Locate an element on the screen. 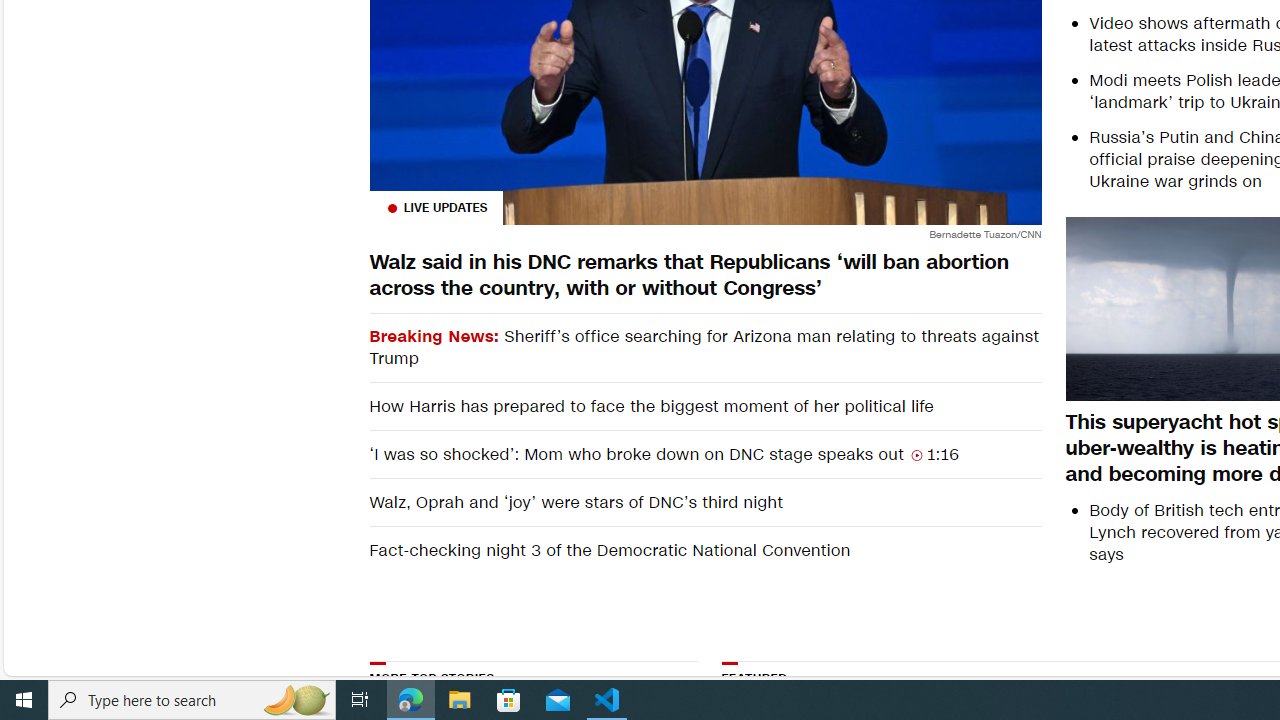 The width and height of the screenshot is (1280, 720). 'Class: container__video-duration-icon' is located at coordinates (916, 455).